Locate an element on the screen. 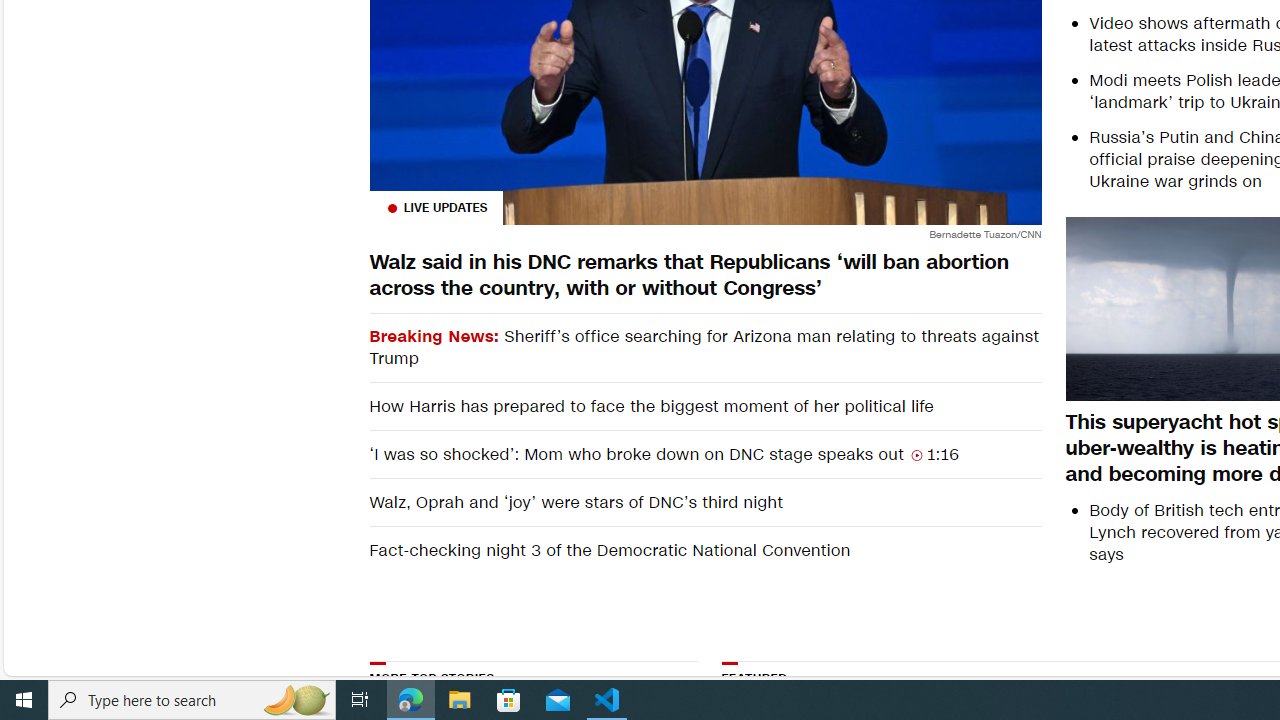 The width and height of the screenshot is (1280, 720). 'Class: container__video-duration-icon' is located at coordinates (916, 455).